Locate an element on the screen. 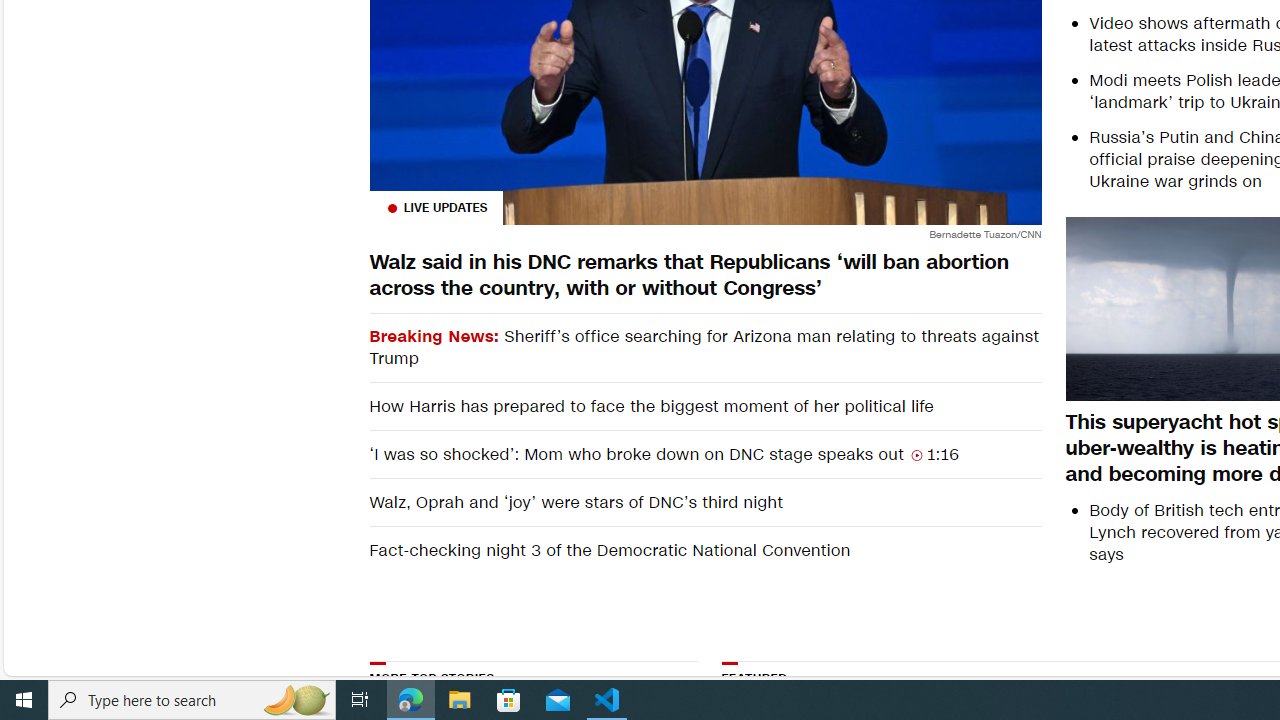 The width and height of the screenshot is (1280, 720). 'Class: container__video-duration-icon' is located at coordinates (916, 455).